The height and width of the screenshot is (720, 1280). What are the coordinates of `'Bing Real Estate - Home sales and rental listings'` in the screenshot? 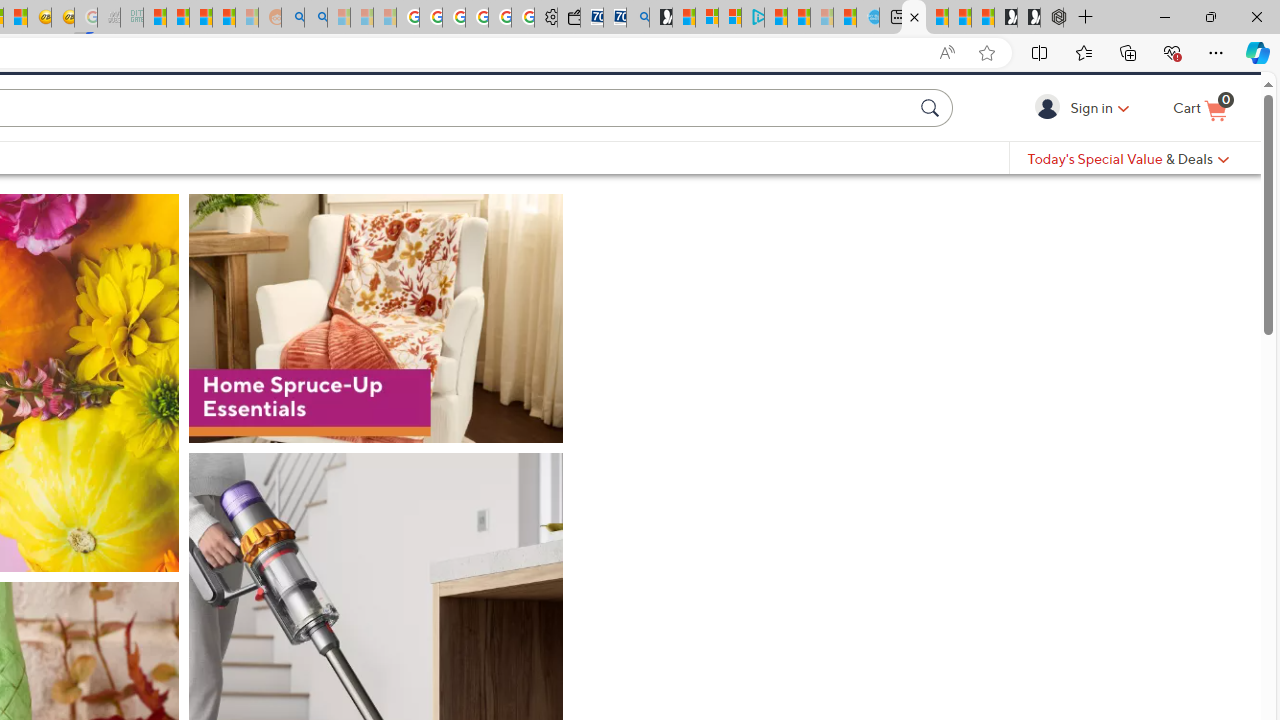 It's located at (637, 17).